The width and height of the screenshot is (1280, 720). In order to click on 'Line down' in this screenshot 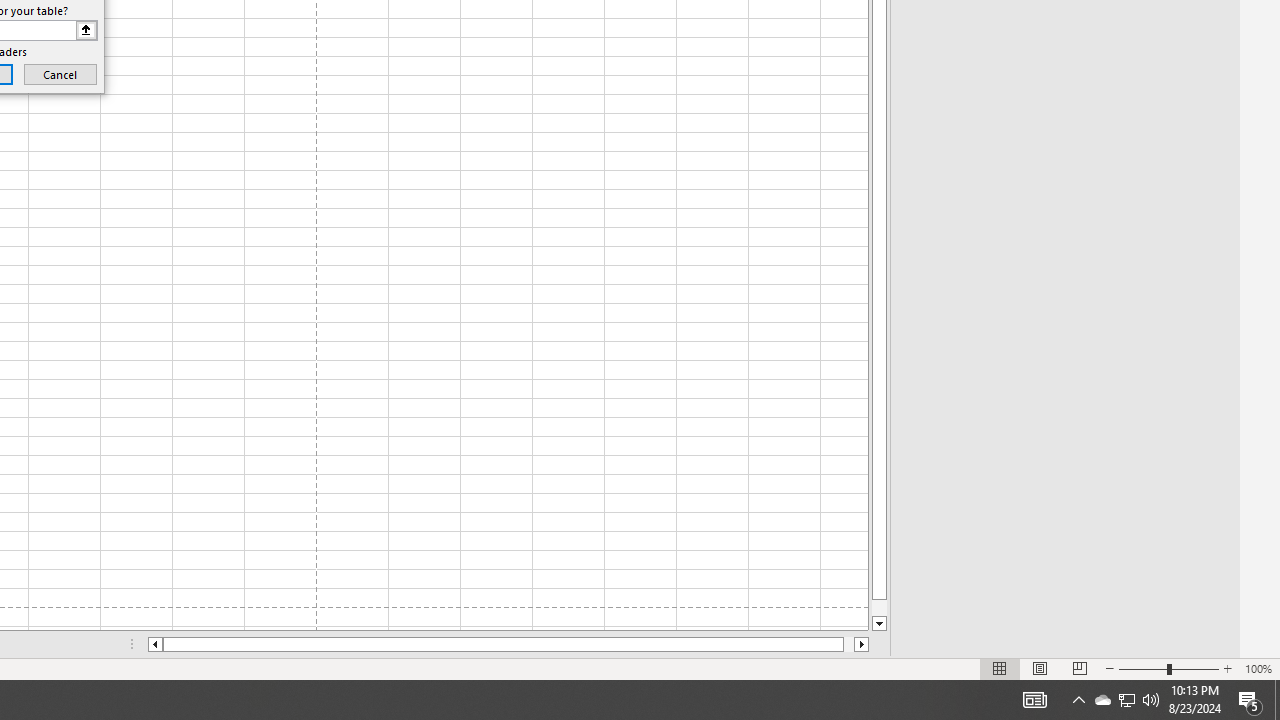, I will do `click(879, 623)`.